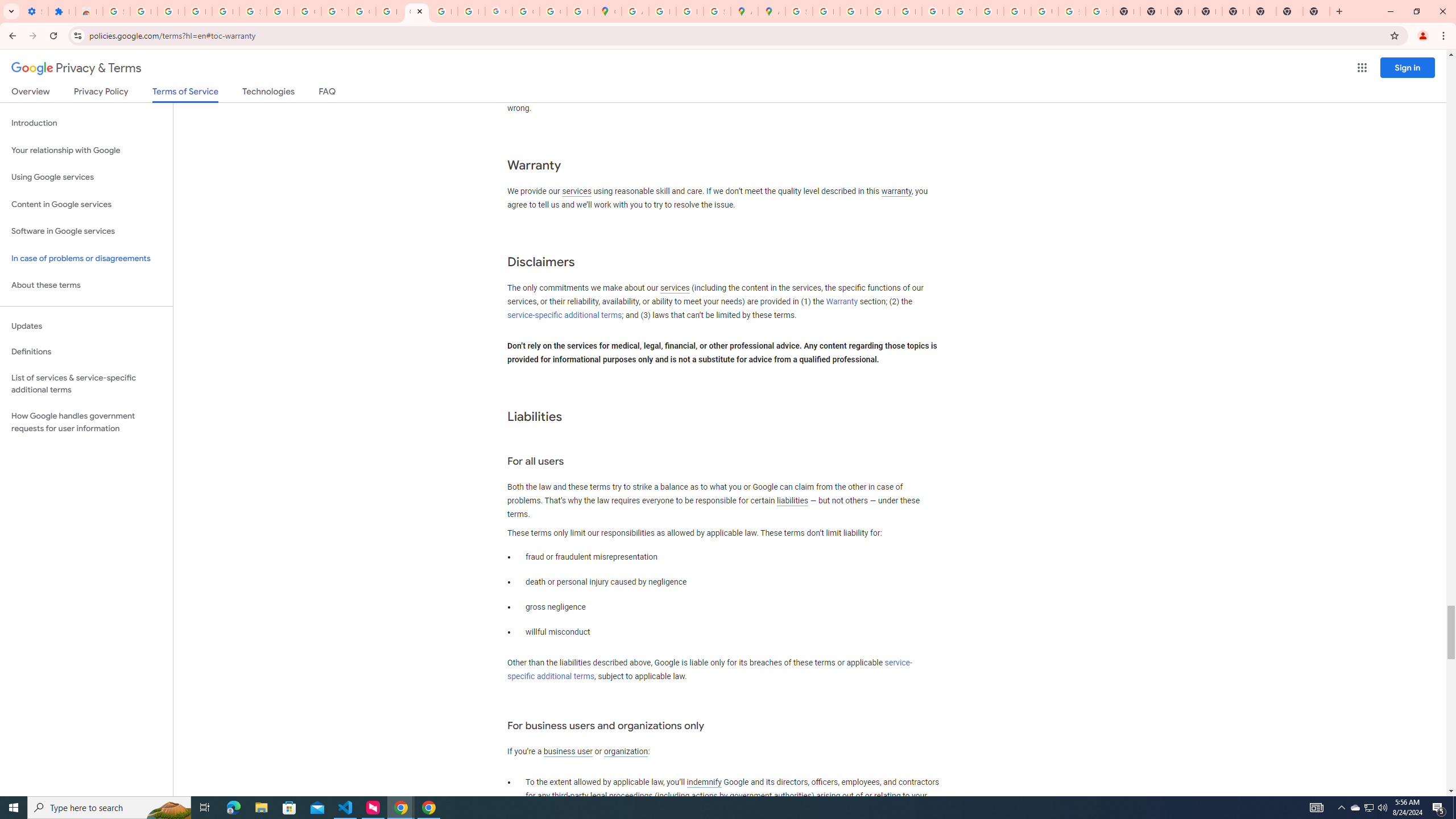 The width and height of the screenshot is (1456, 819). Describe the element at coordinates (86, 285) in the screenshot. I see `'About these terms'` at that location.